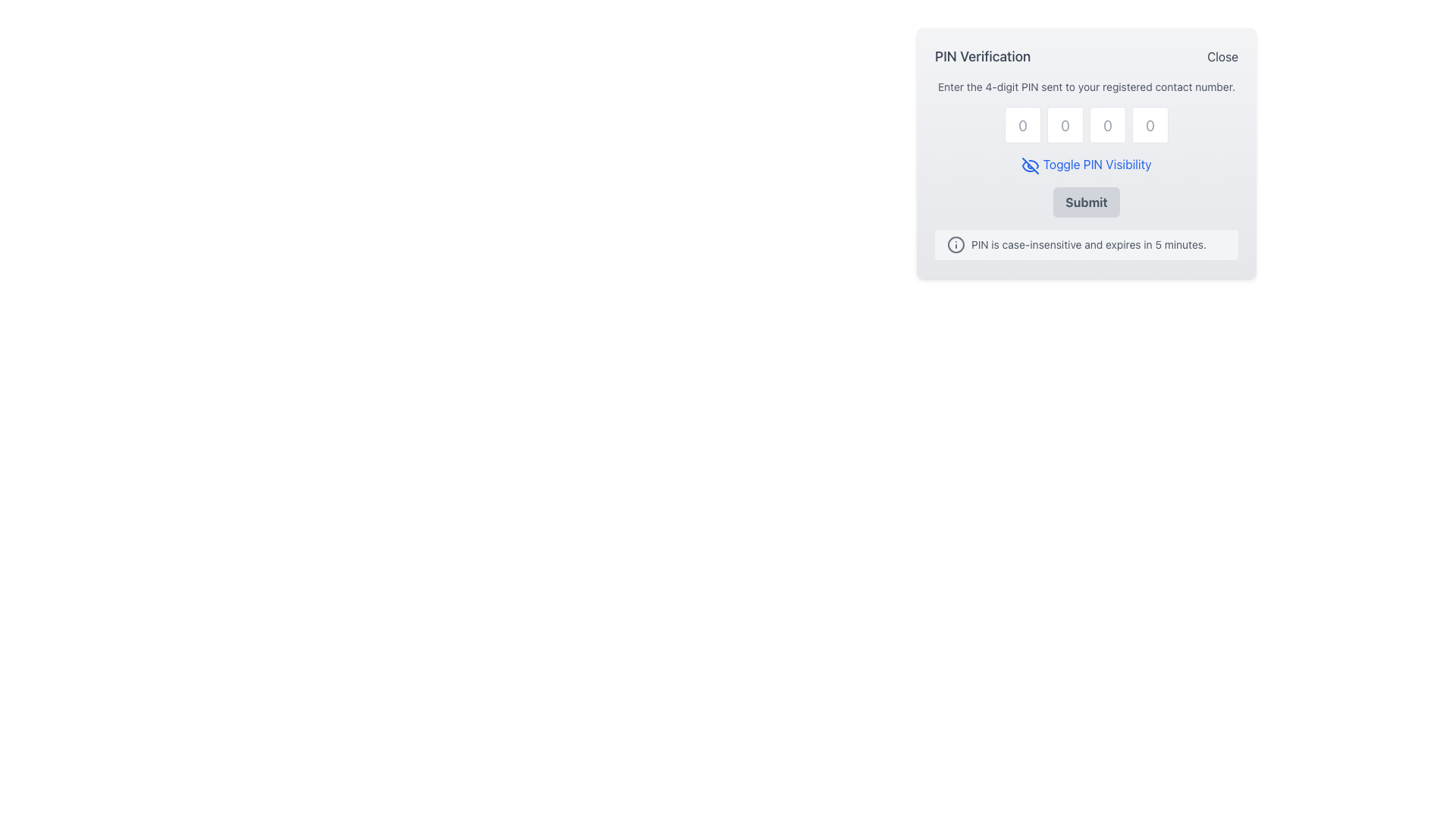  What do you see at coordinates (955, 243) in the screenshot?
I see `the informational icon located to the left of the text in the verification modal, which indicates helpful information about the PIN` at bounding box center [955, 243].